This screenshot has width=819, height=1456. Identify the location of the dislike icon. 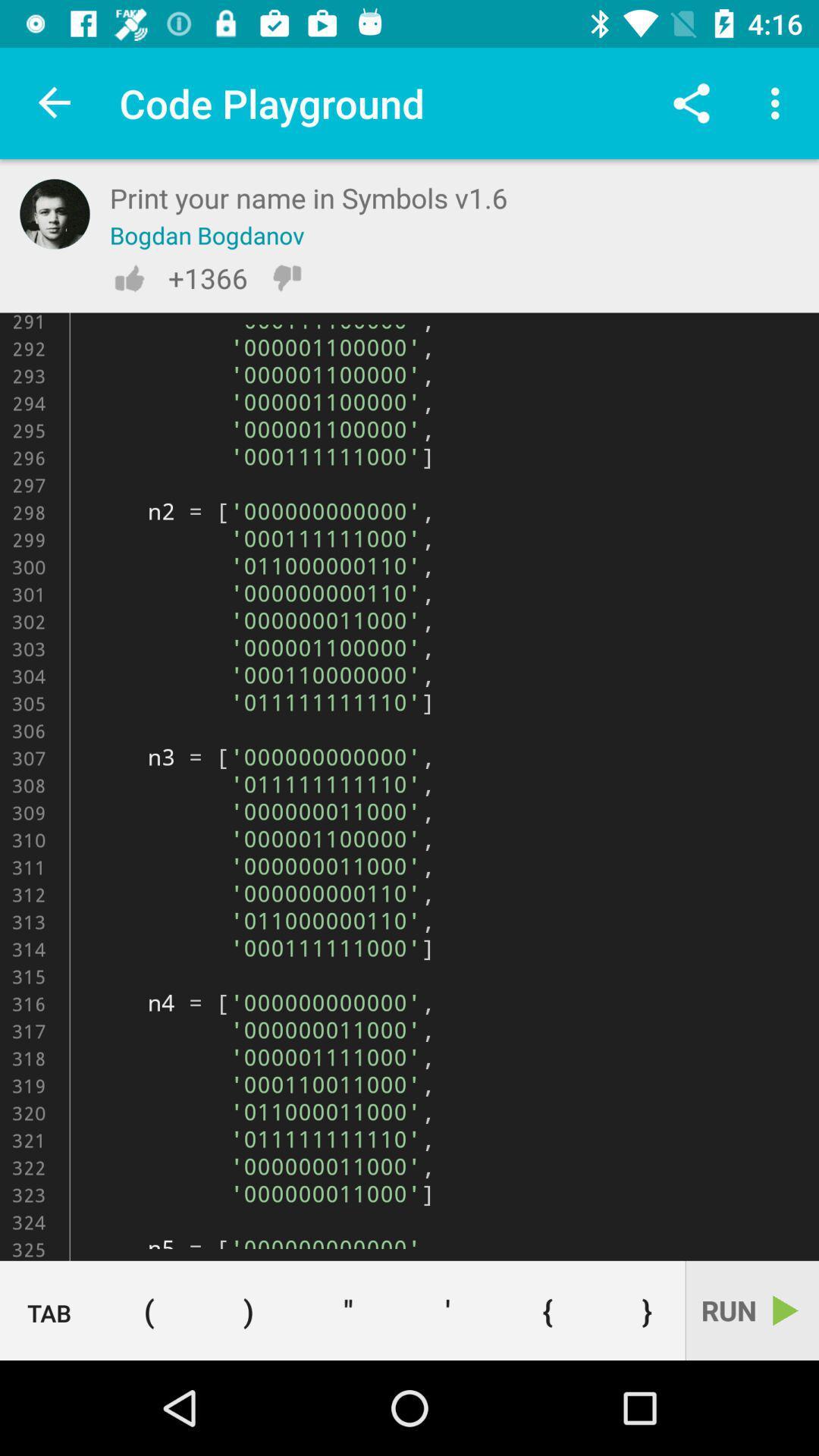
(287, 278).